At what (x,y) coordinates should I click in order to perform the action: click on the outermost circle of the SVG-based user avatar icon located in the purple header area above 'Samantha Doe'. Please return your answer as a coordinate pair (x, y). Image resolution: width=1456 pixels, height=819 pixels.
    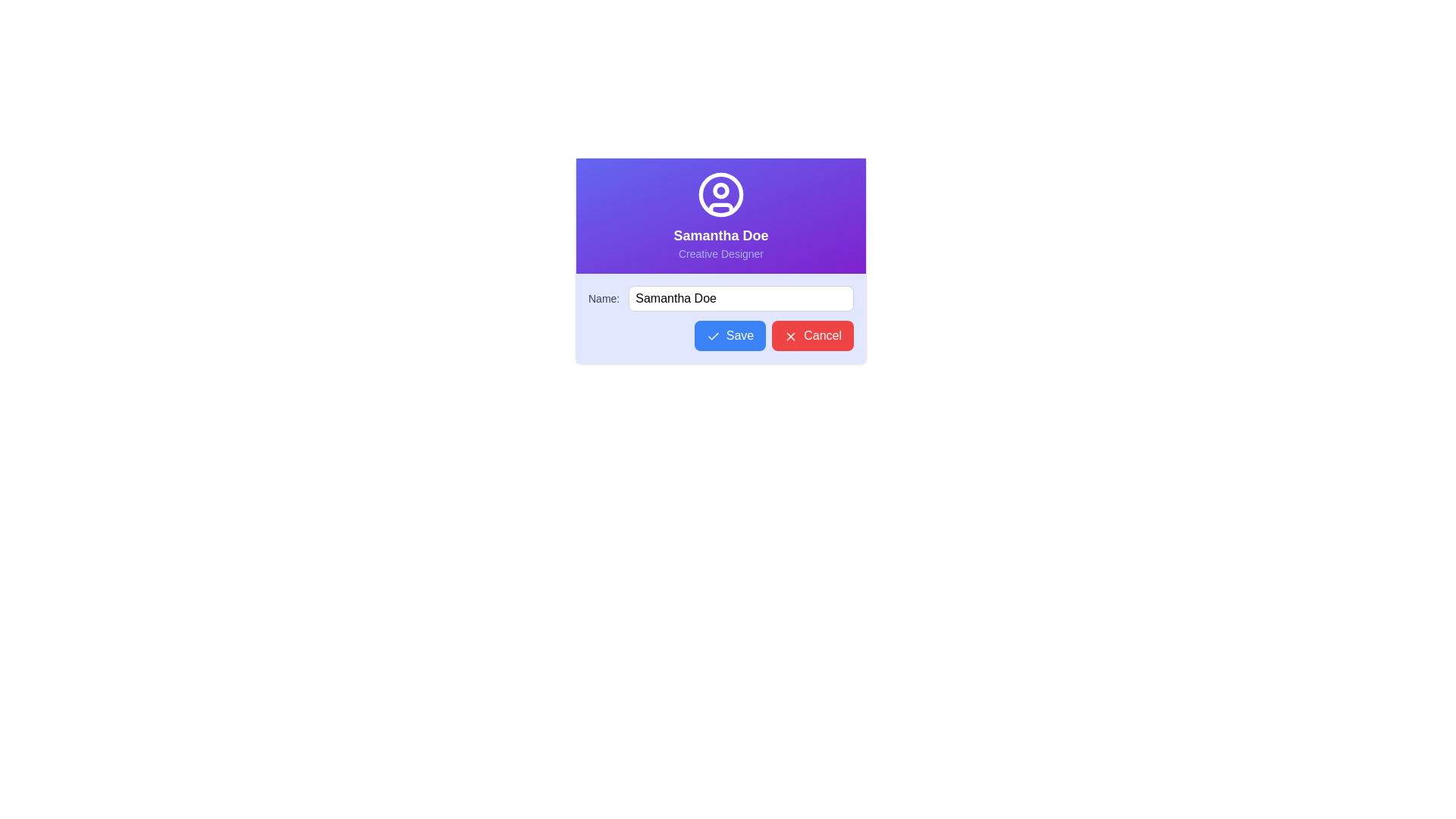
    Looking at the image, I should click on (720, 193).